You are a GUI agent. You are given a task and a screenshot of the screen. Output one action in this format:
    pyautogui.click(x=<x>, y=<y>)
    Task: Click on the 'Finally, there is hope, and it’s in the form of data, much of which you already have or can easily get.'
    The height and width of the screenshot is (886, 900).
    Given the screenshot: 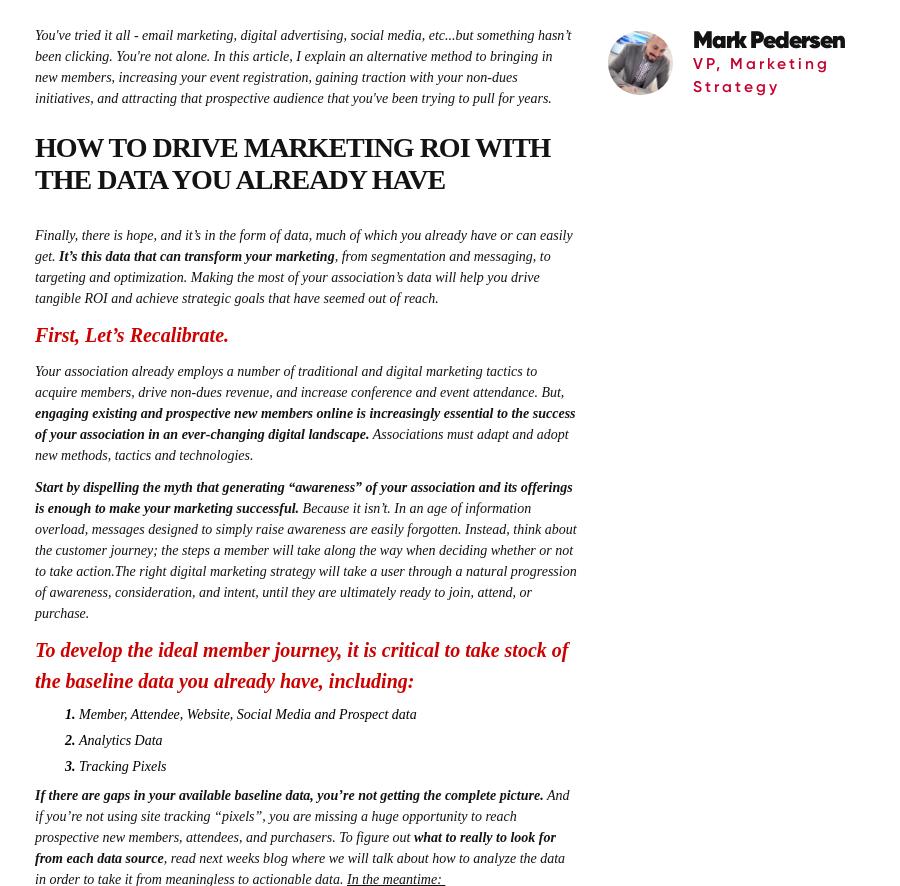 What is the action you would take?
    pyautogui.click(x=302, y=243)
    